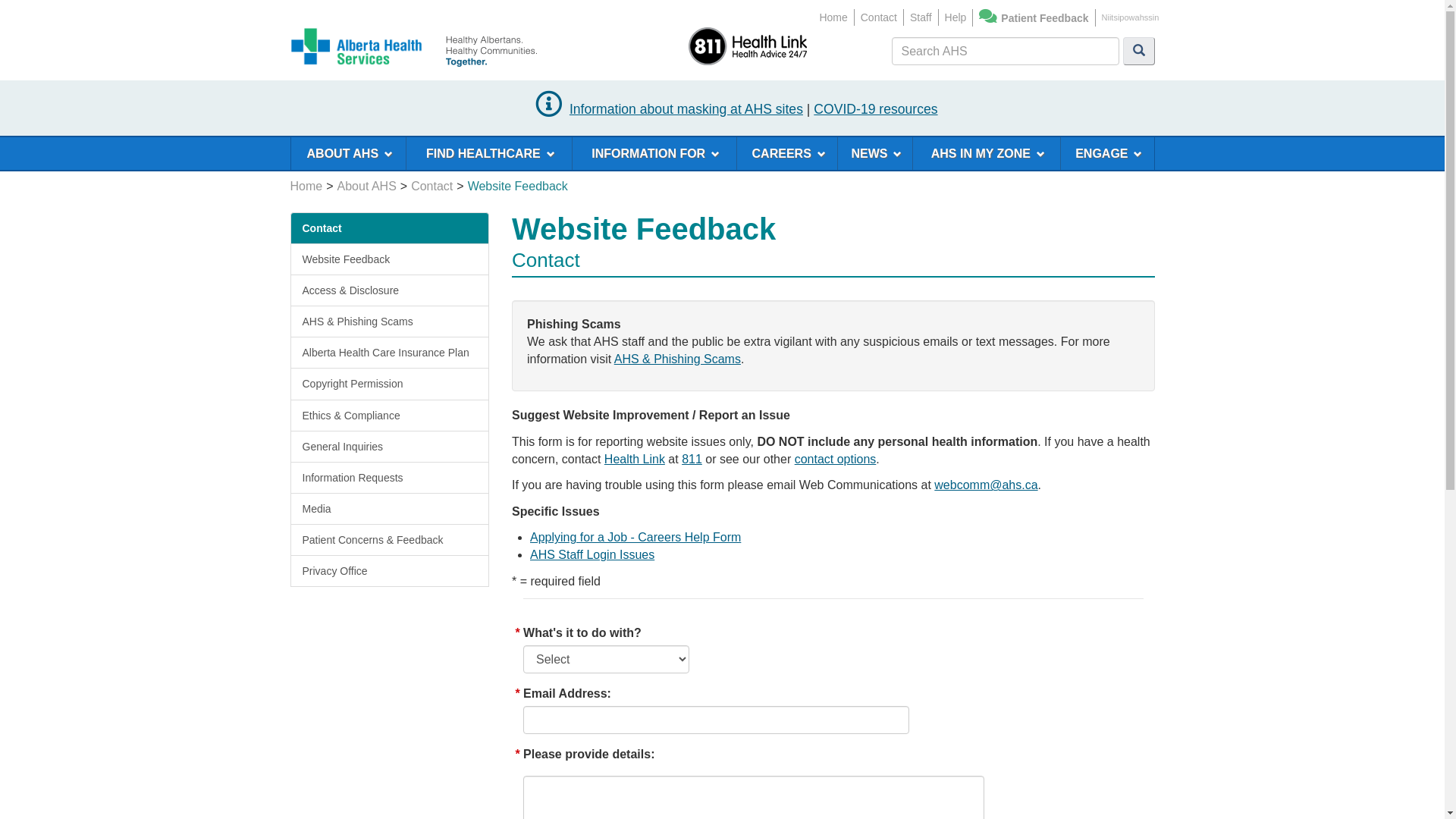  What do you see at coordinates (920, 17) in the screenshot?
I see `'Staff'` at bounding box center [920, 17].